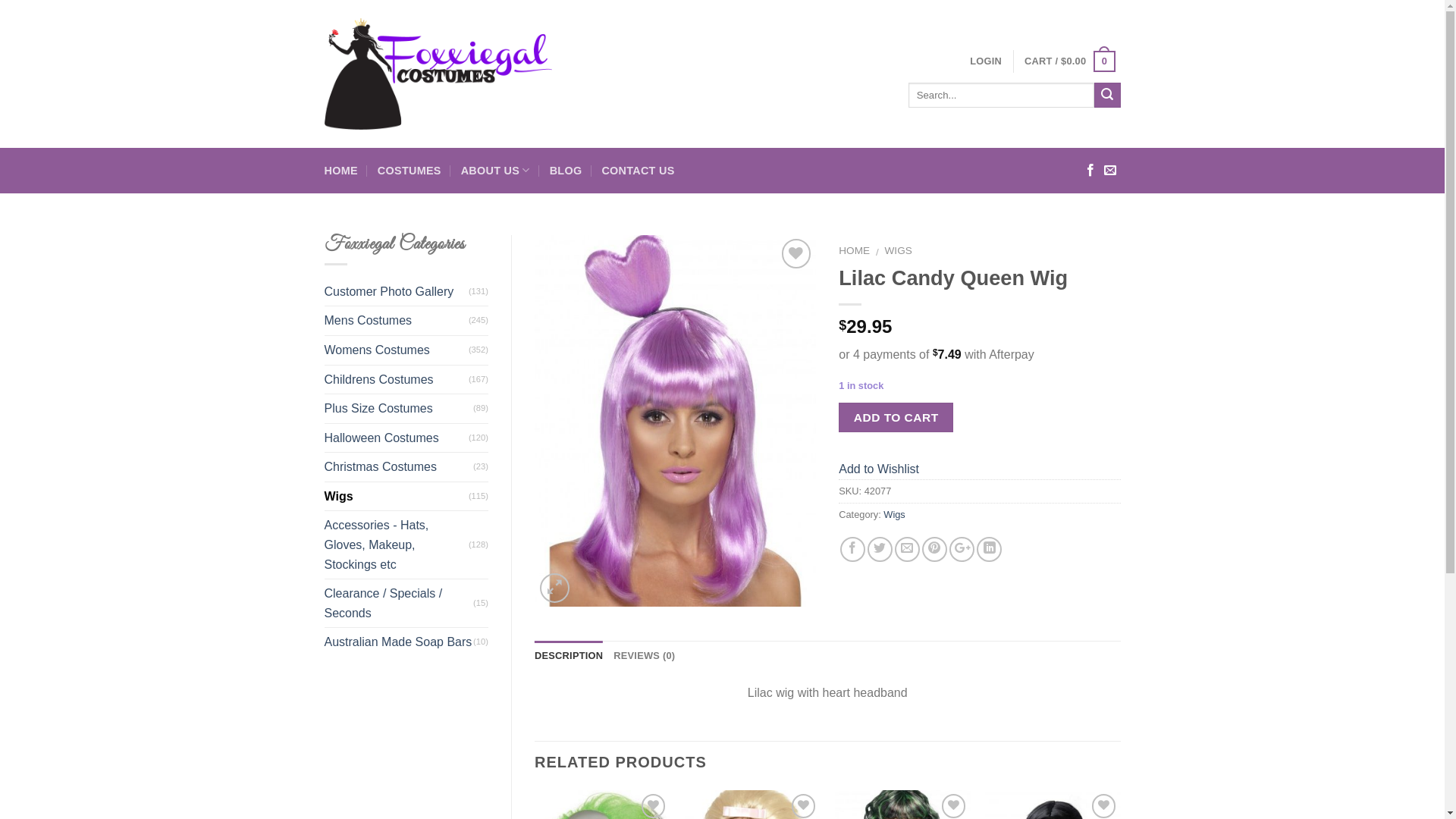 The height and width of the screenshot is (819, 1456). I want to click on 'LOGIN', so click(986, 61).